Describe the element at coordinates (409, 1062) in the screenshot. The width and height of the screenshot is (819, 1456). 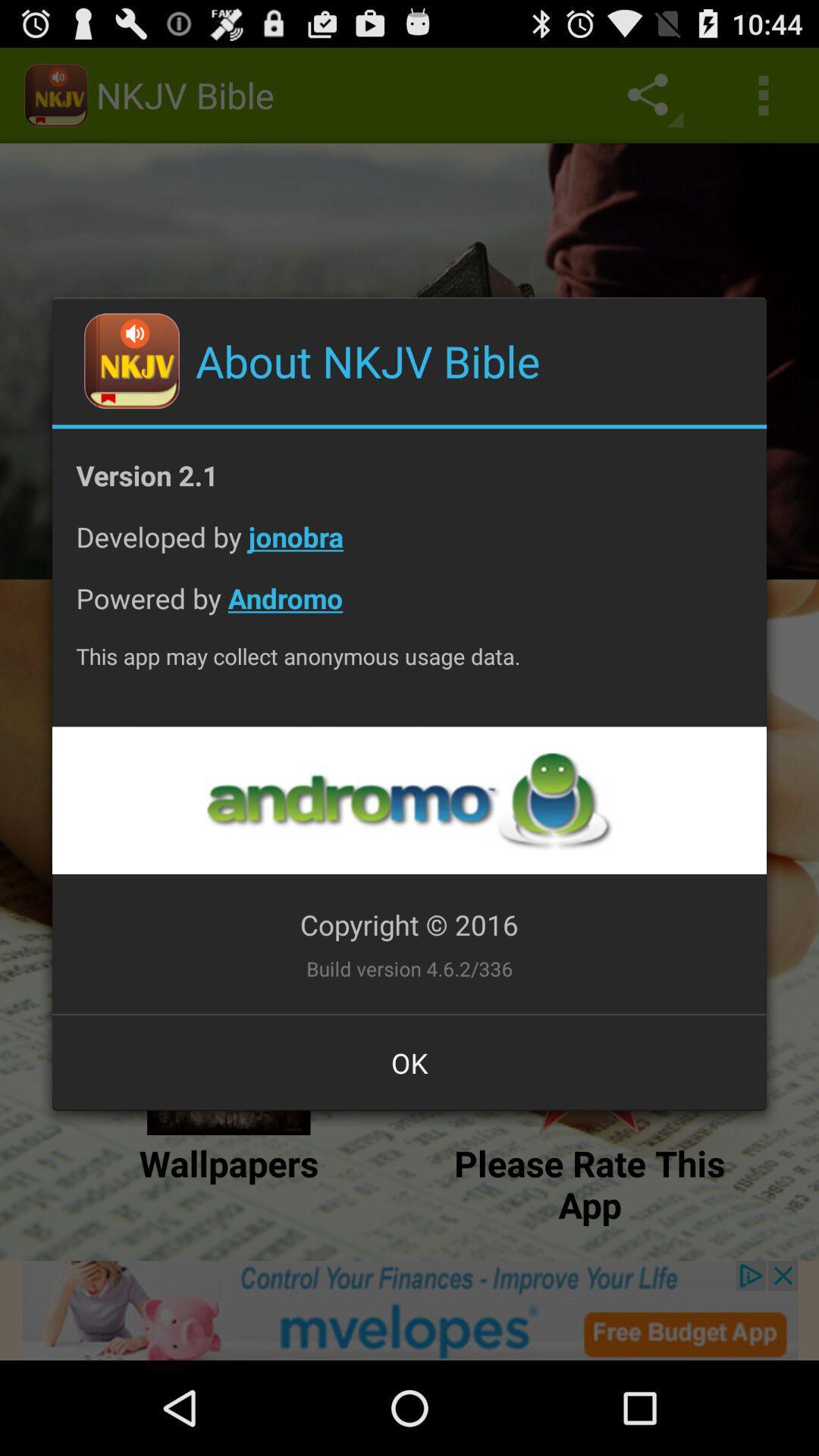
I see `the ok icon` at that location.